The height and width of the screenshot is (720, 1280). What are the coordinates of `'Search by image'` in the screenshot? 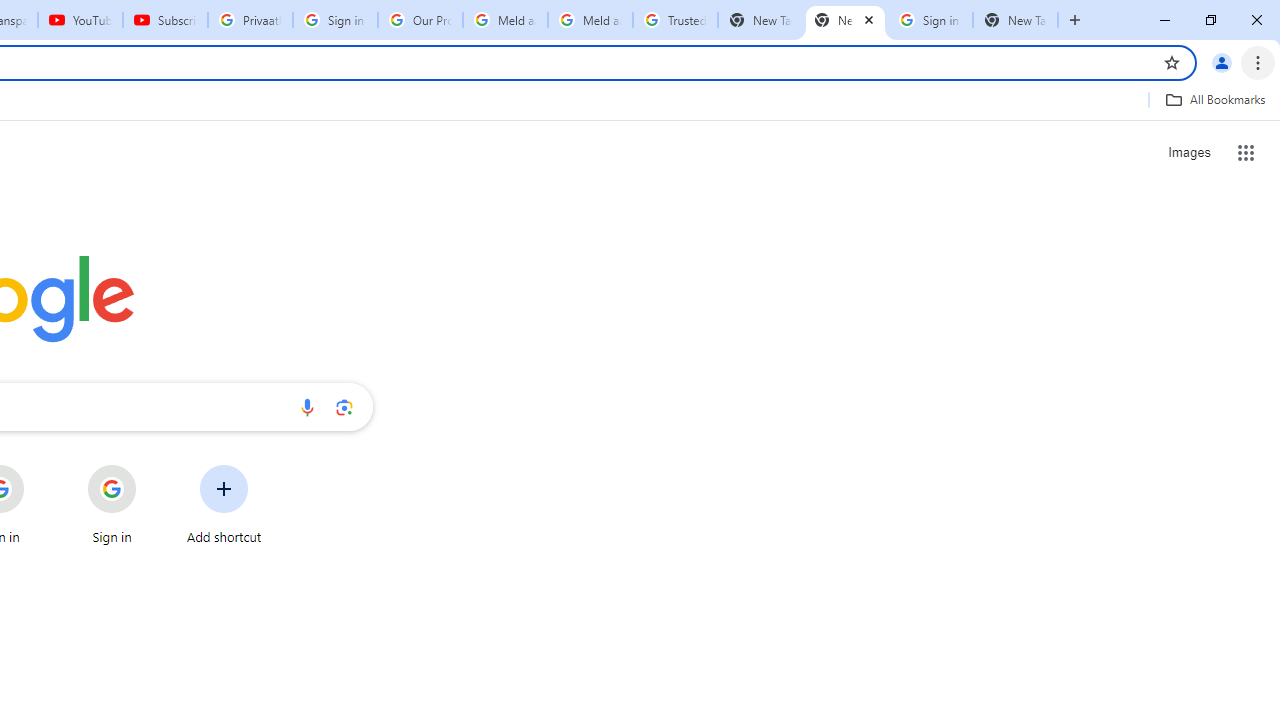 It's located at (344, 406).